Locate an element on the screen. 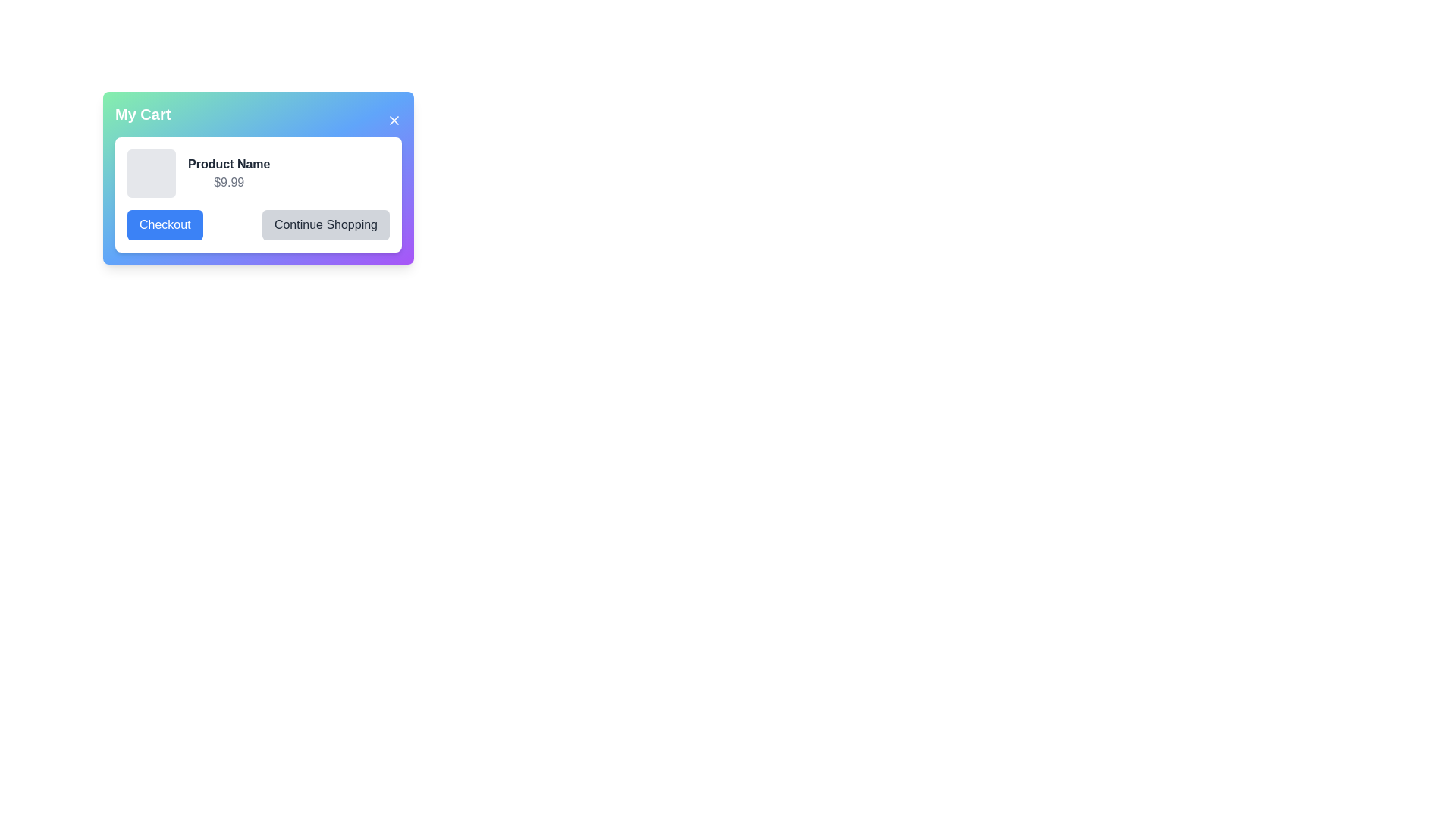 The height and width of the screenshot is (819, 1456). the Text Label indicating 'My Cart' located at the top of the modal window is located at coordinates (143, 113).